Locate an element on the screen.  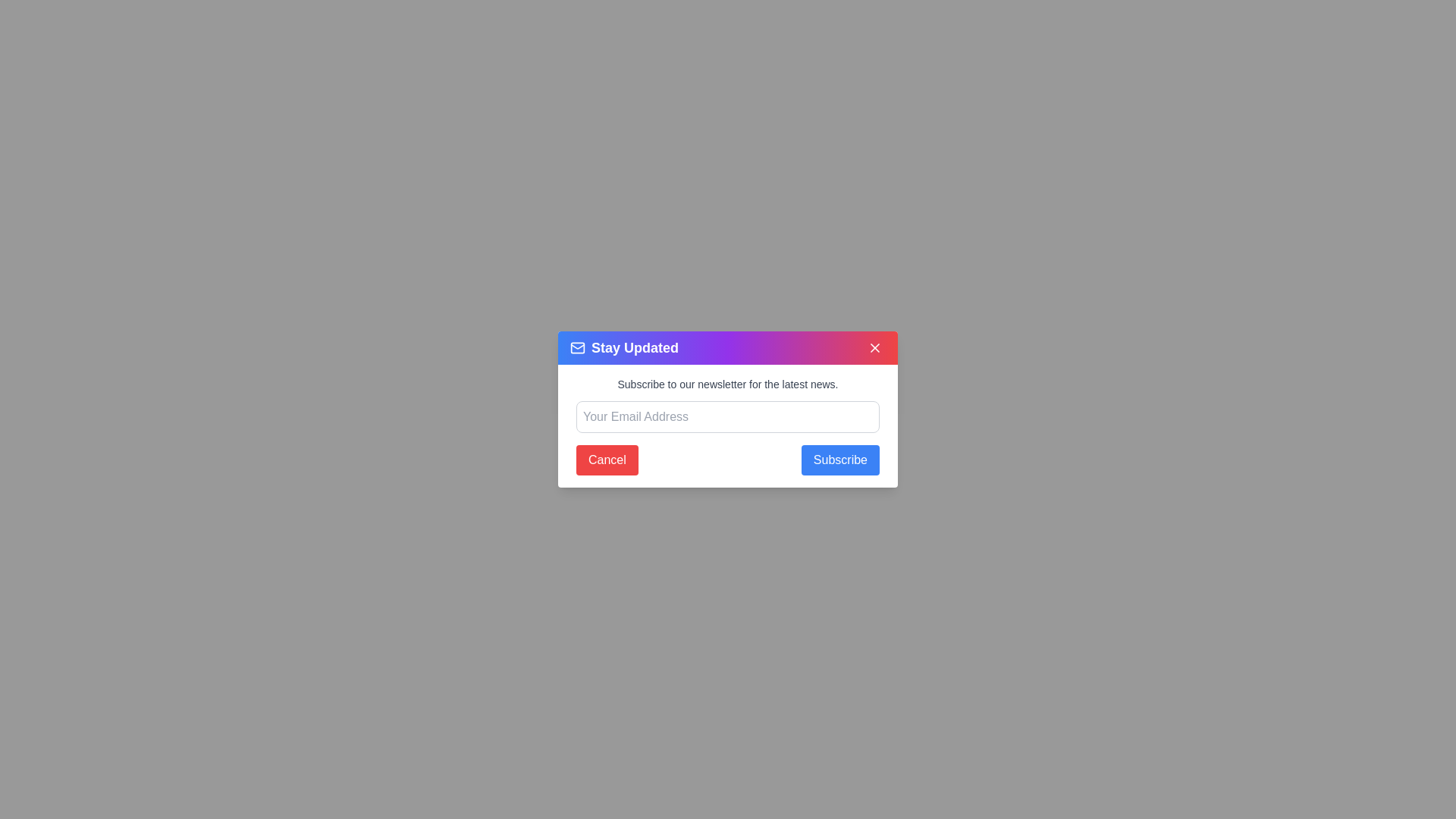
the 'Subscribe' button to submit the form is located at coordinates (839, 459).